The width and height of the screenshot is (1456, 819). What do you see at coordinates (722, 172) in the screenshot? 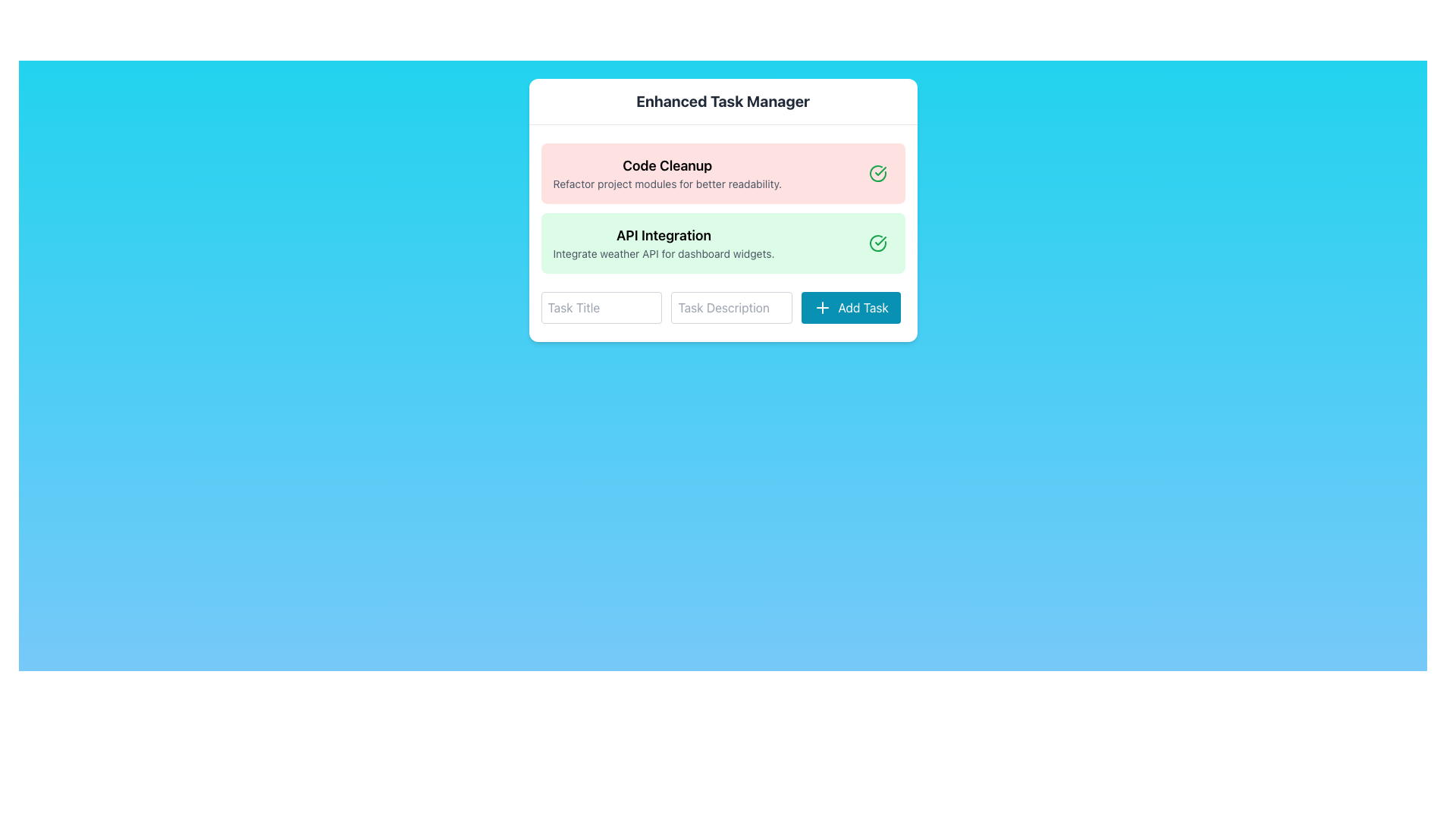
I see `the first task card in the task manager interface` at bounding box center [722, 172].